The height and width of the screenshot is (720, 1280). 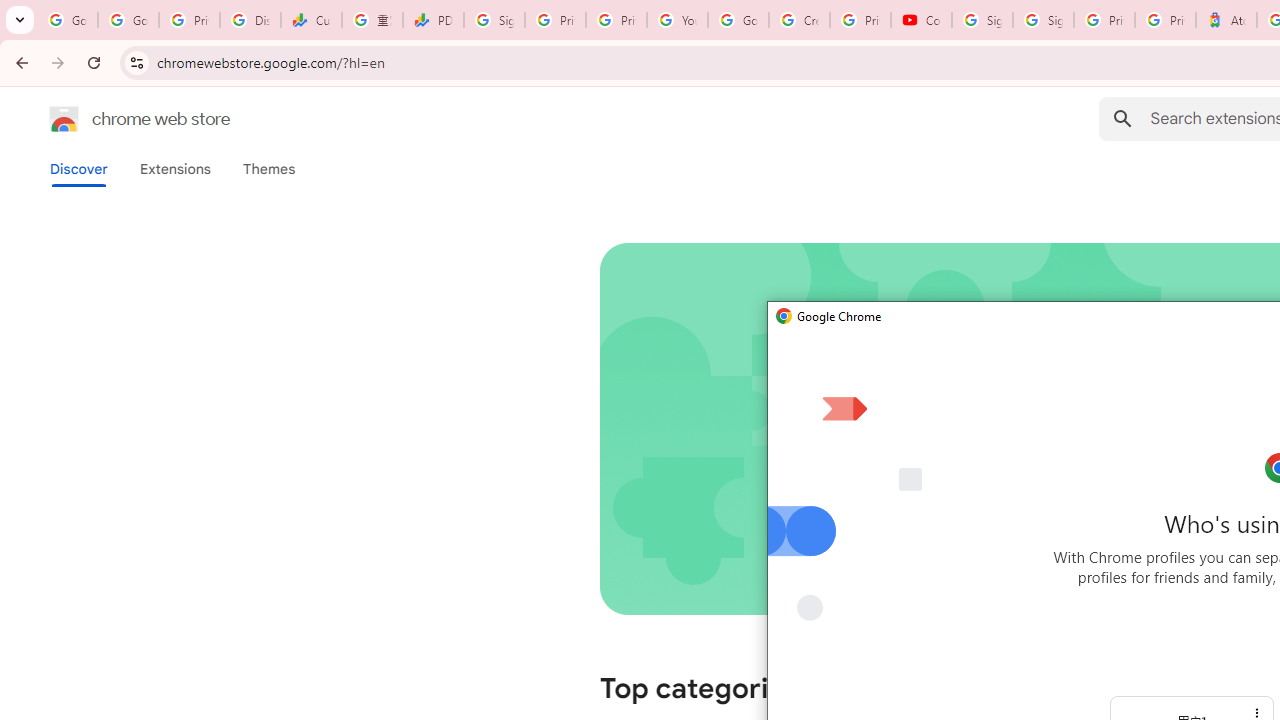 What do you see at coordinates (310, 20) in the screenshot?
I see `'Currencies - Google Finance'` at bounding box center [310, 20].